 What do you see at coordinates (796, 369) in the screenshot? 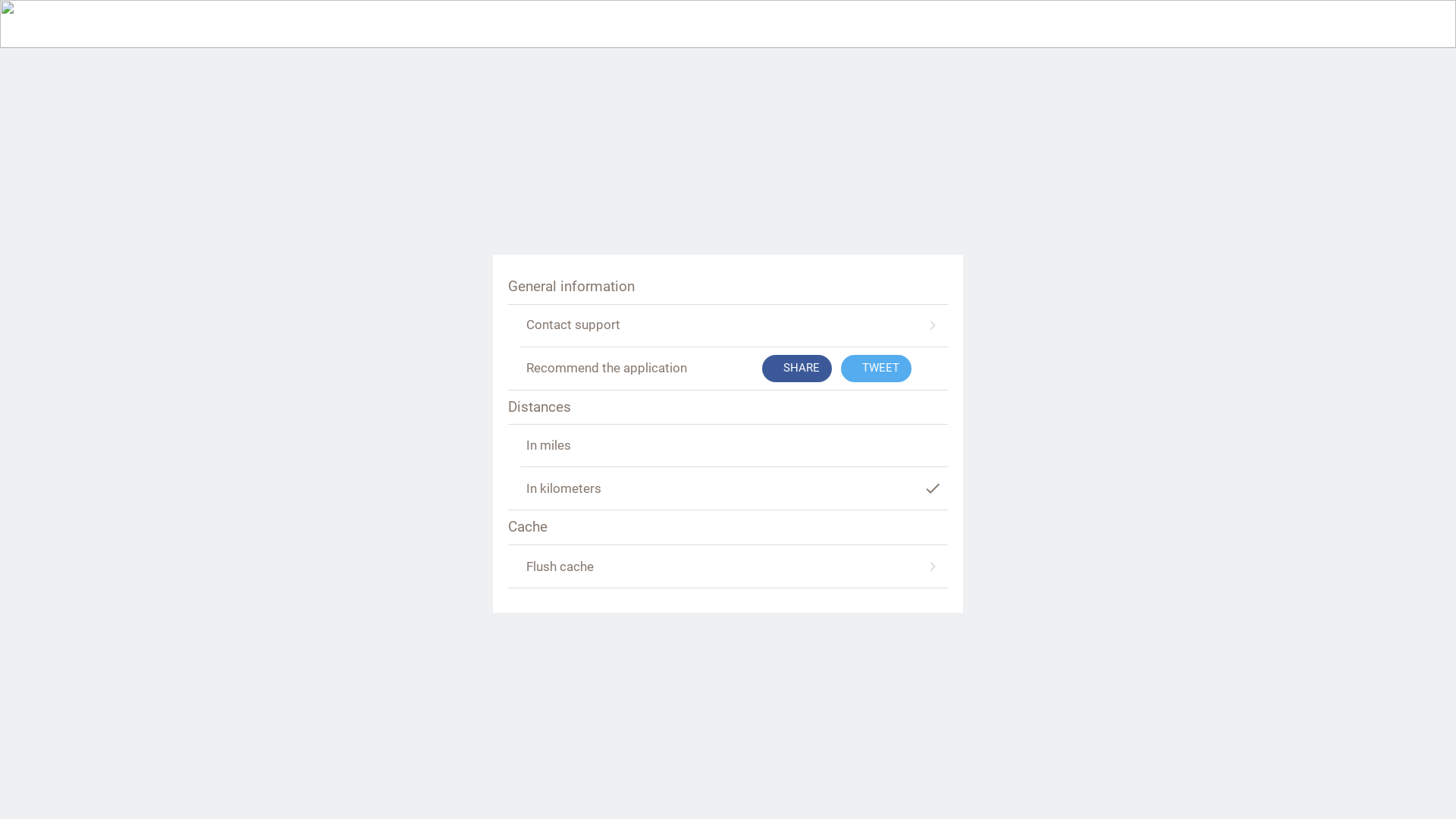
I see `'SHARE'` at bounding box center [796, 369].